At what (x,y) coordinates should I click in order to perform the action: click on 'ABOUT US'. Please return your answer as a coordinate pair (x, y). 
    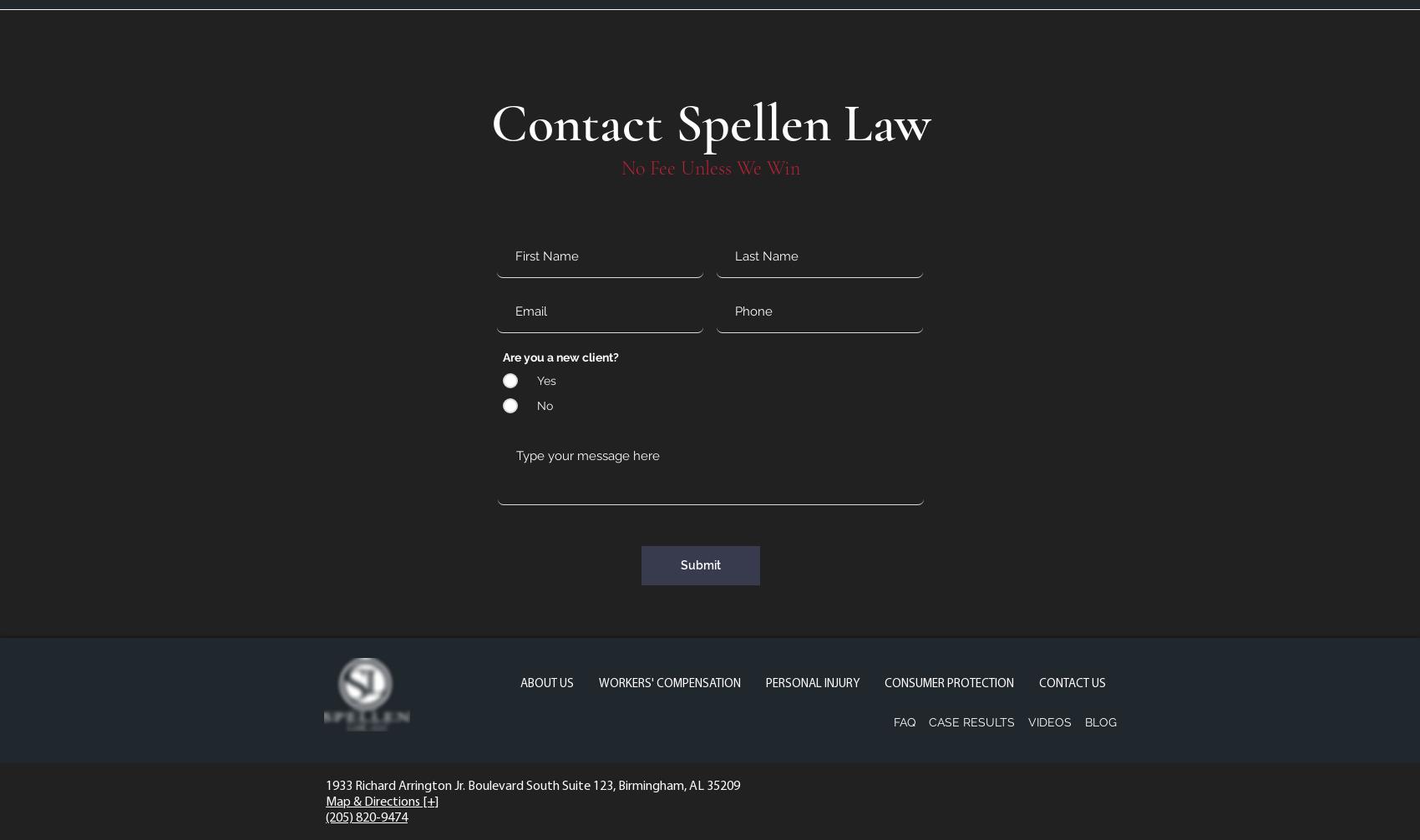
    Looking at the image, I should click on (547, 683).